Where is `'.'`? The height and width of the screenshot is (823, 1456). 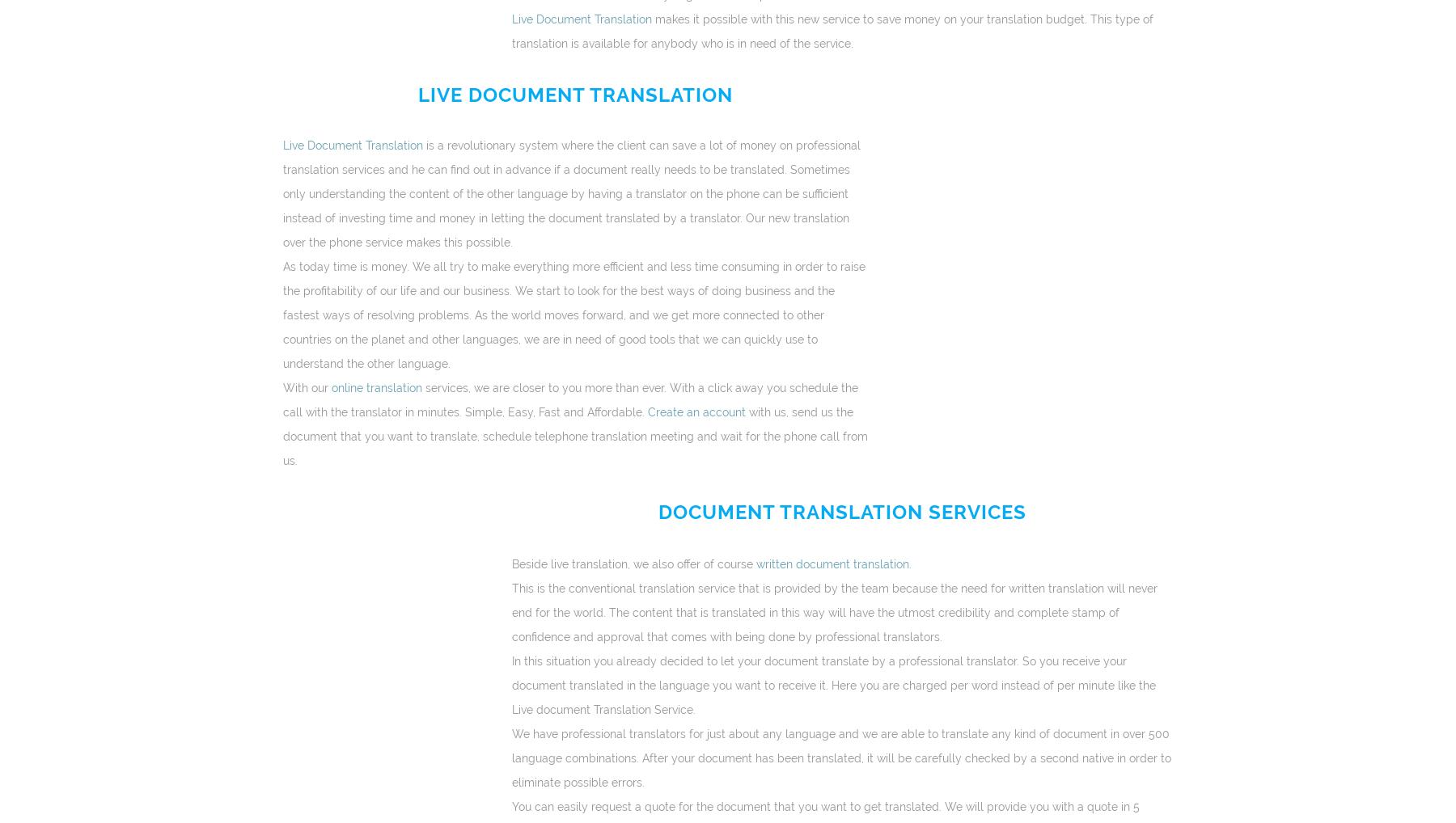 '.' is located at coordinates (909, 564).